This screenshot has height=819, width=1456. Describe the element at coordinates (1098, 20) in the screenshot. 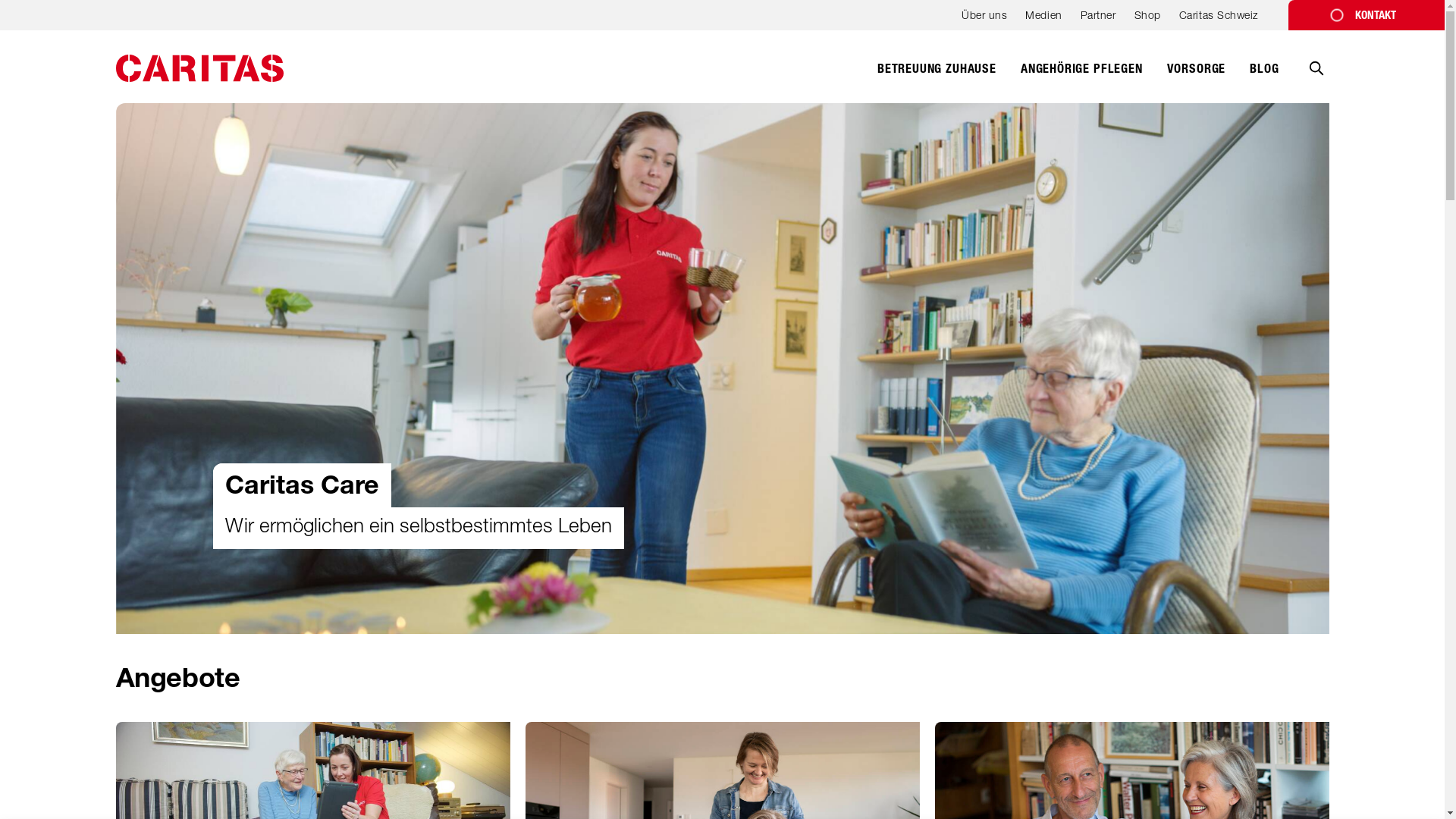

I see `'Partner'` at that location.